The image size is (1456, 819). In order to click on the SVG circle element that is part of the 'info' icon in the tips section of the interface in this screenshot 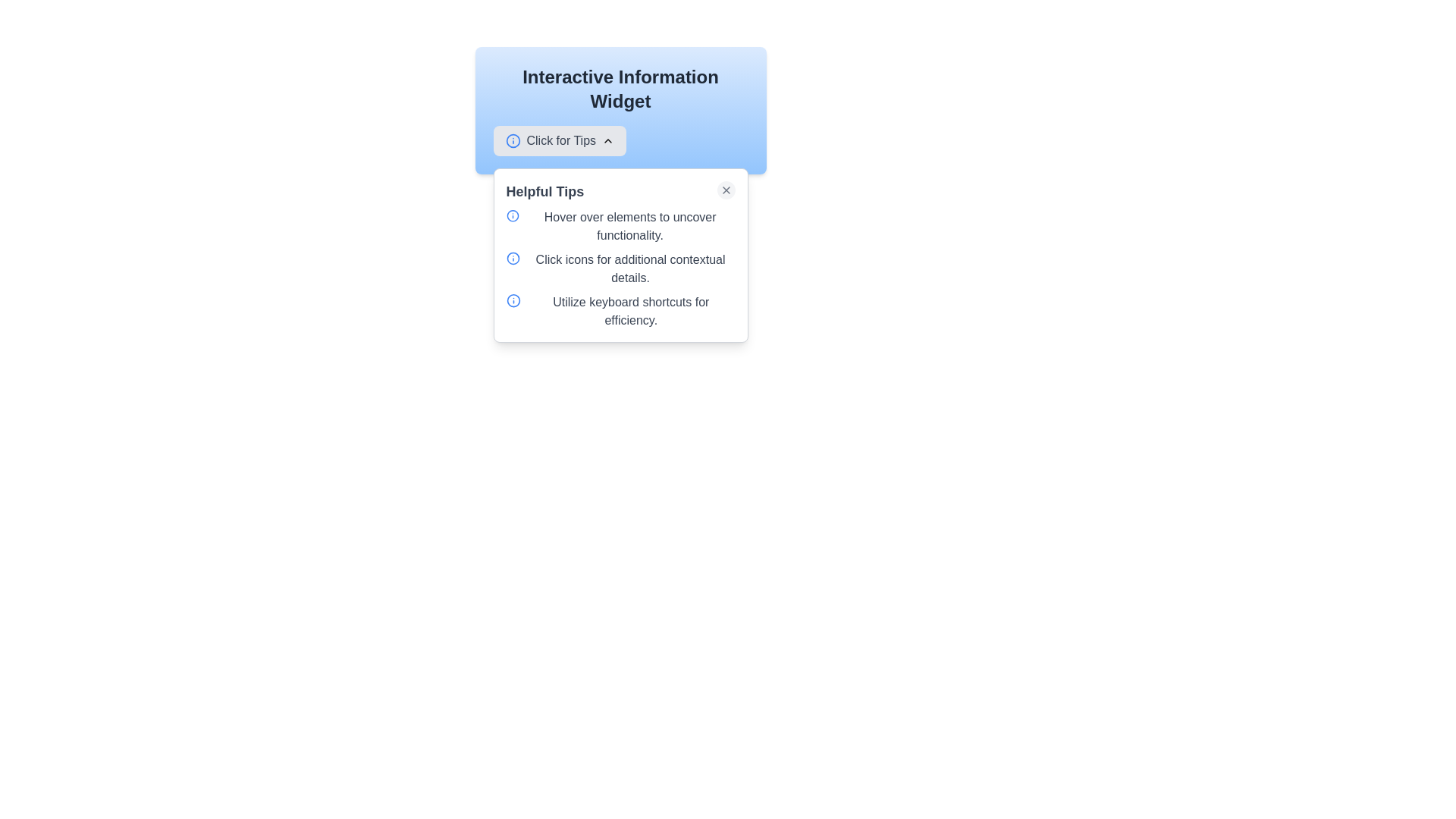, I will do `click(513, 216)`.